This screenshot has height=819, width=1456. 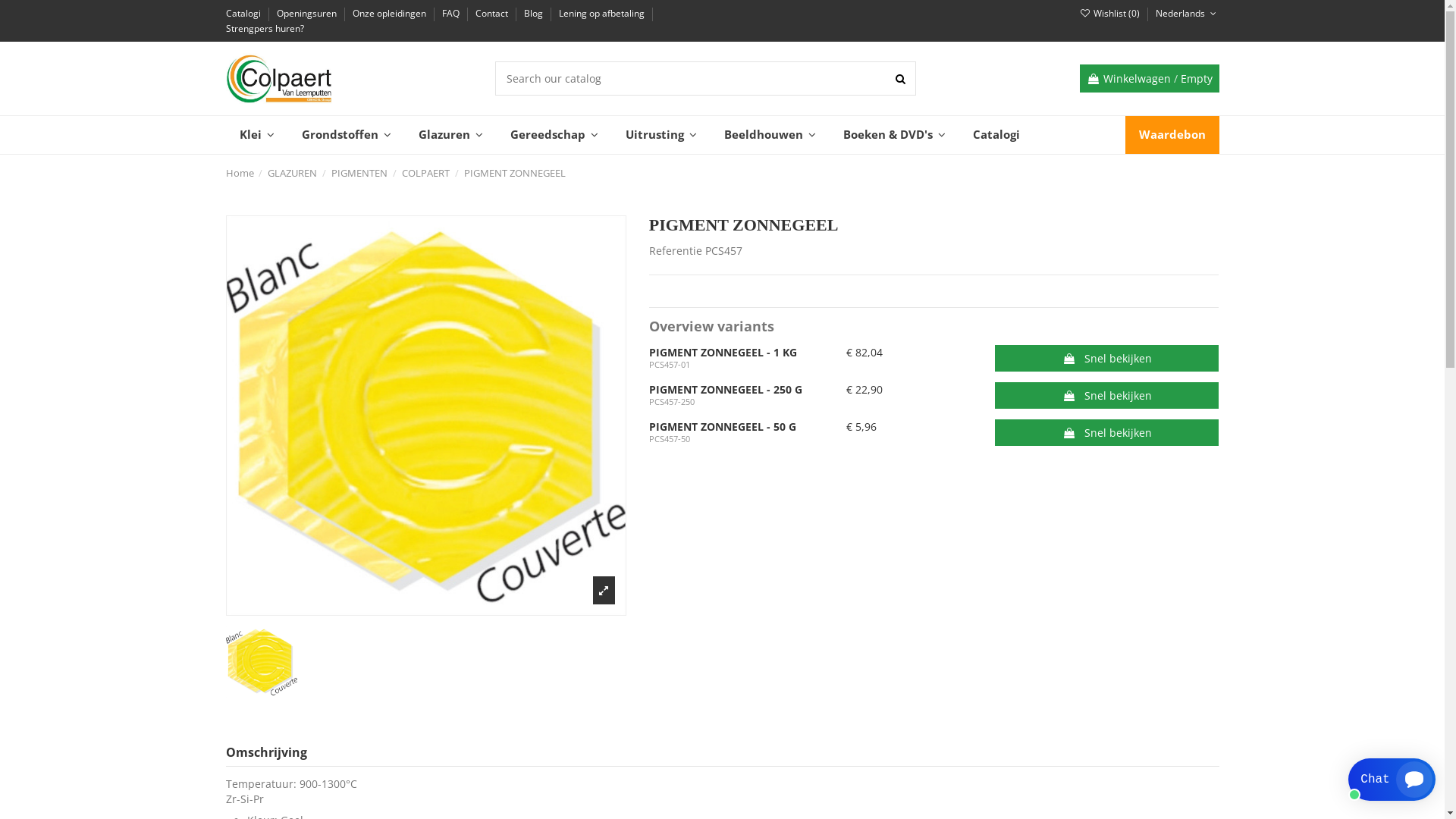 What do you see at coordinates (440, 13) in the screenshot?
I see `'FAQ'` at bounding box center [440, 13].